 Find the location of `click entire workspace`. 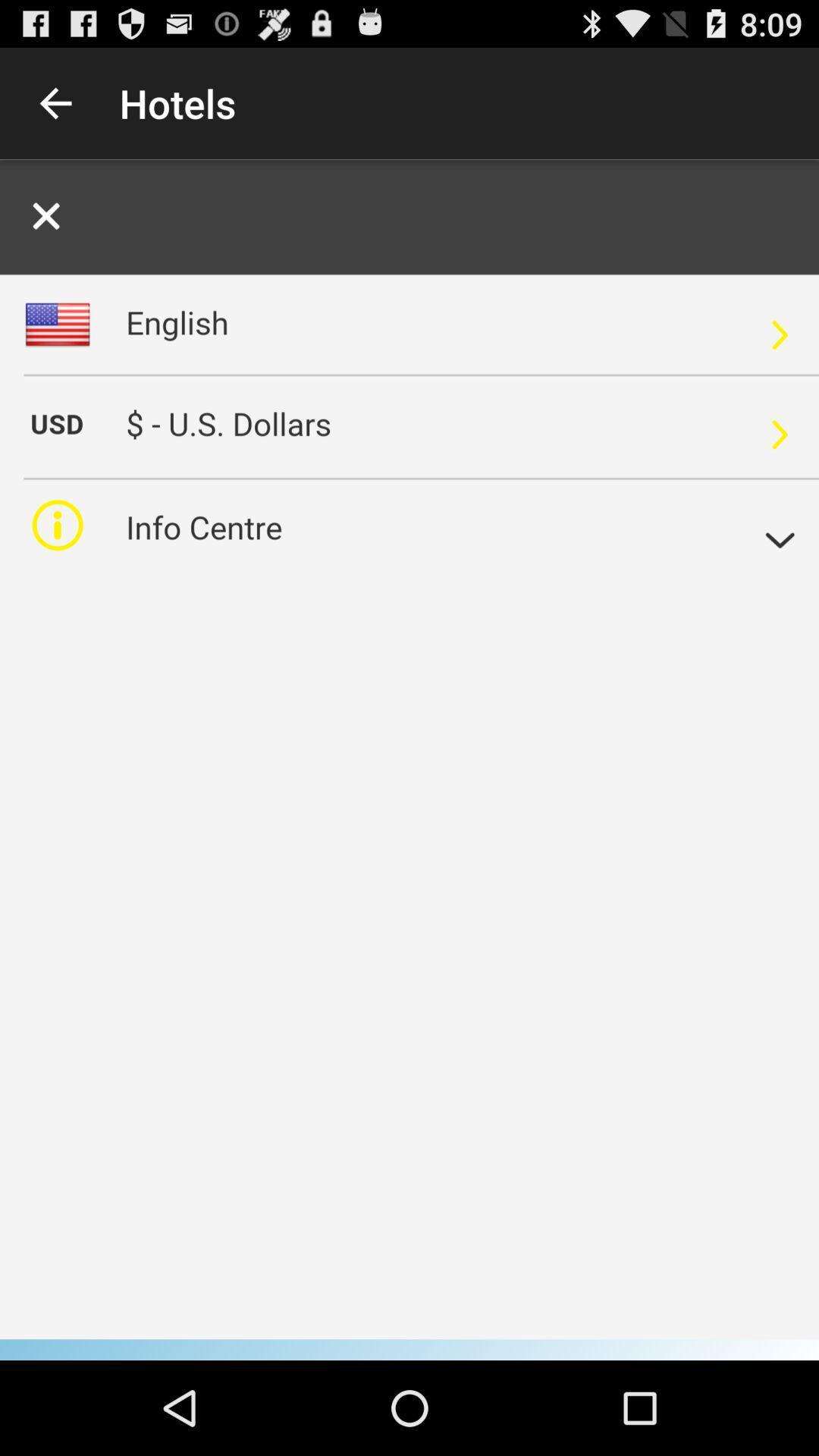

click entire workspace is located at coordinates (409, 760).